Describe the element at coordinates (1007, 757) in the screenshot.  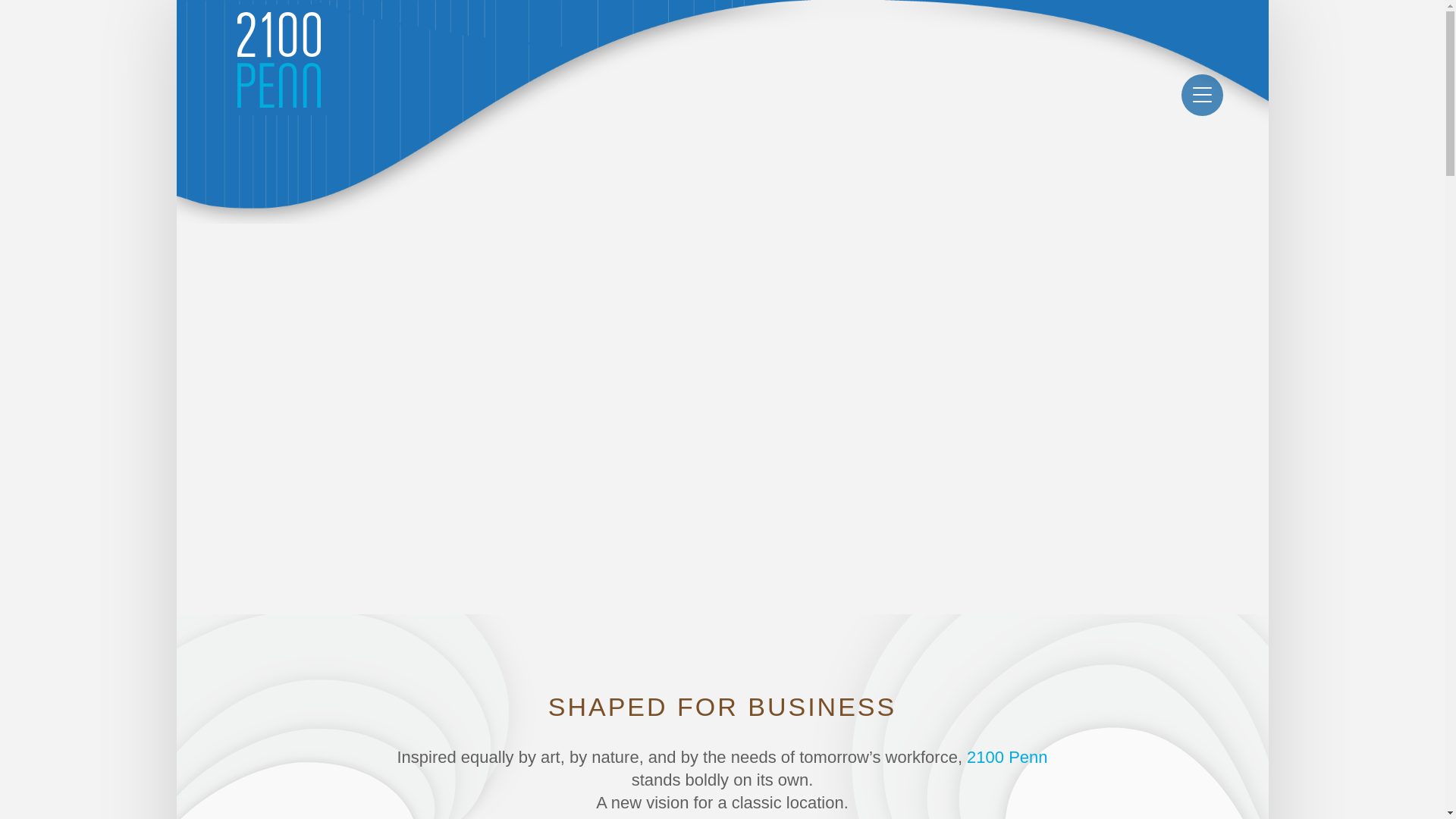
I see `'2100 Penn'` at that location.